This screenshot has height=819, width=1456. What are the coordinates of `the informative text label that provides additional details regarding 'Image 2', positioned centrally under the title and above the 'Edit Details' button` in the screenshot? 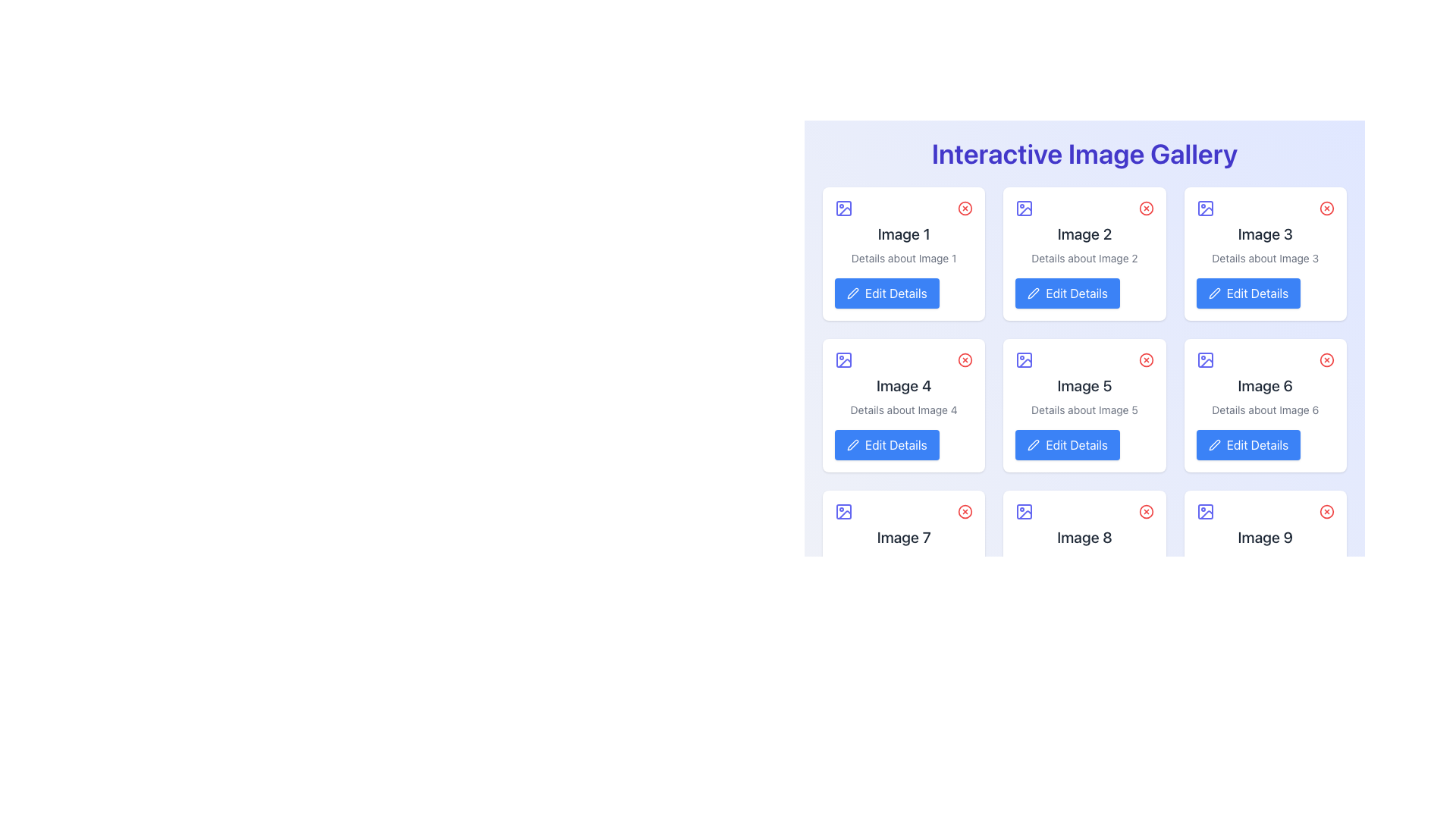 It's located at (1084, 257).